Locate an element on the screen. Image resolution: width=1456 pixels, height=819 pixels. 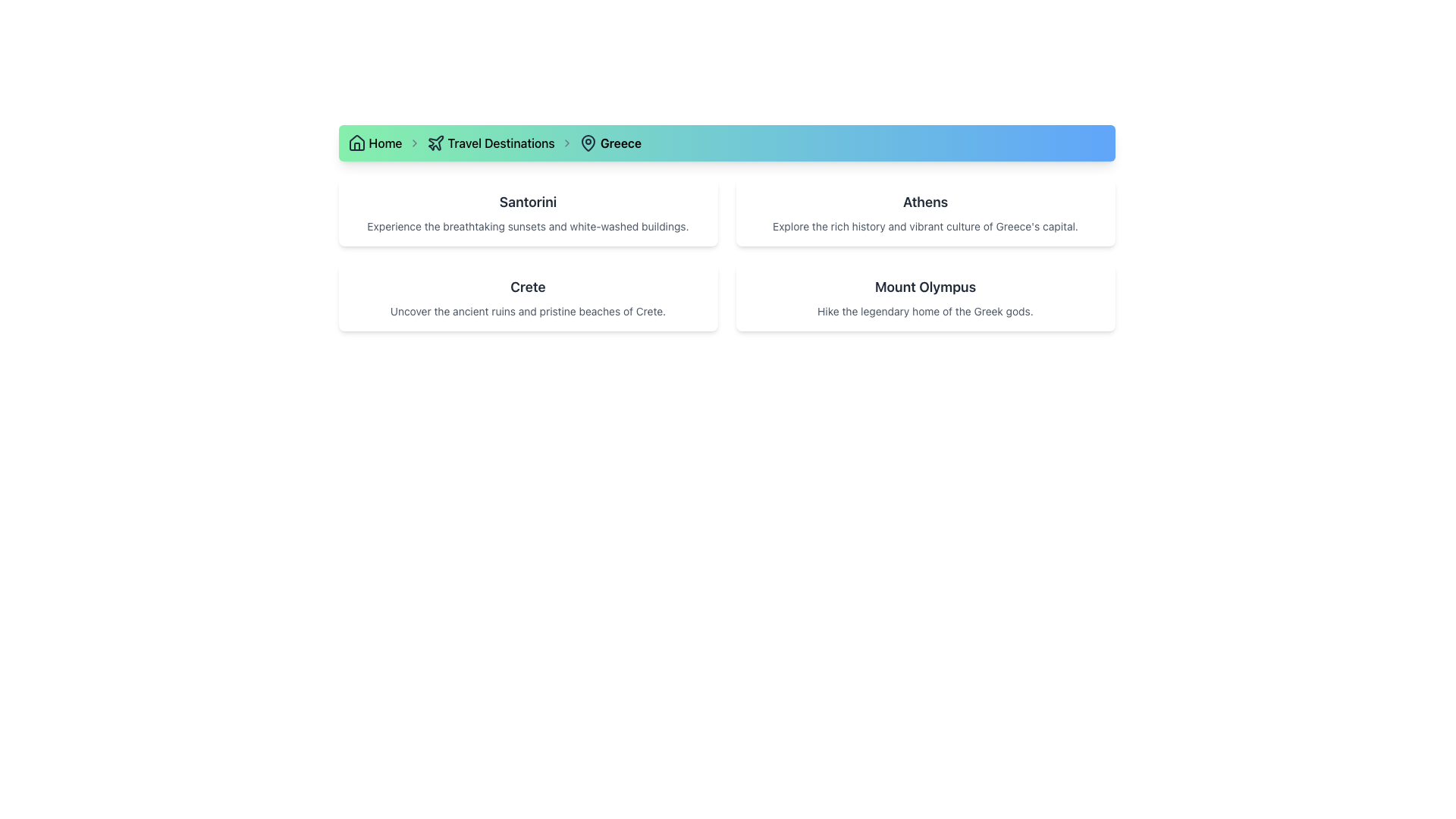
the text label displaying 'Mount Olympus', which is in bold dark gray font on a white background, located in the bottom-right card of the travel destination grid is located at coordinates (924, 287).